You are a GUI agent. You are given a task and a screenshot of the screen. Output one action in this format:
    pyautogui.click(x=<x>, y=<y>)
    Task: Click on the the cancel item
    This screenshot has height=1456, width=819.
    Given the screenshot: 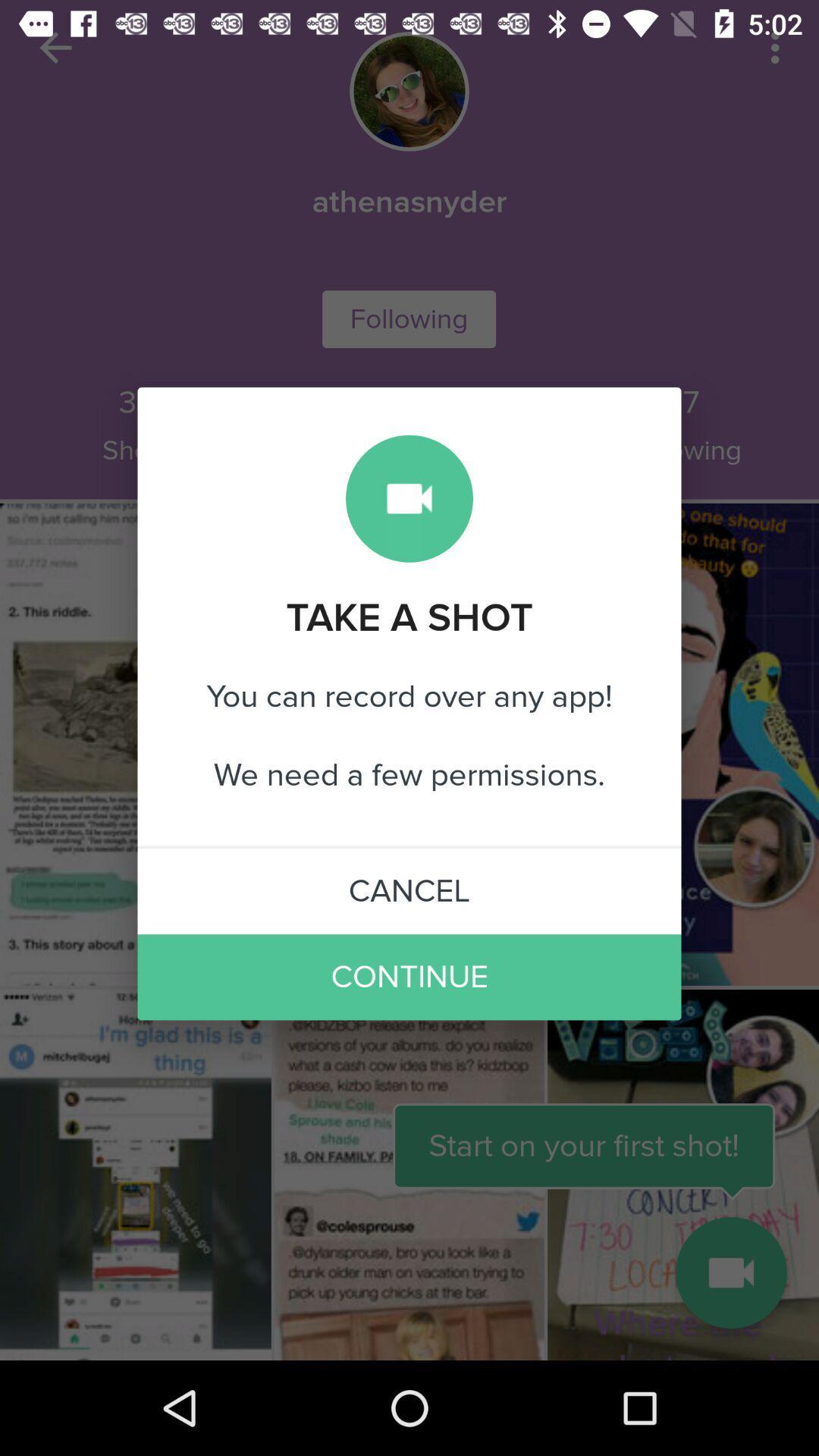 What is the action you would take?
    pyautogui.click(x=409, y=891)
    